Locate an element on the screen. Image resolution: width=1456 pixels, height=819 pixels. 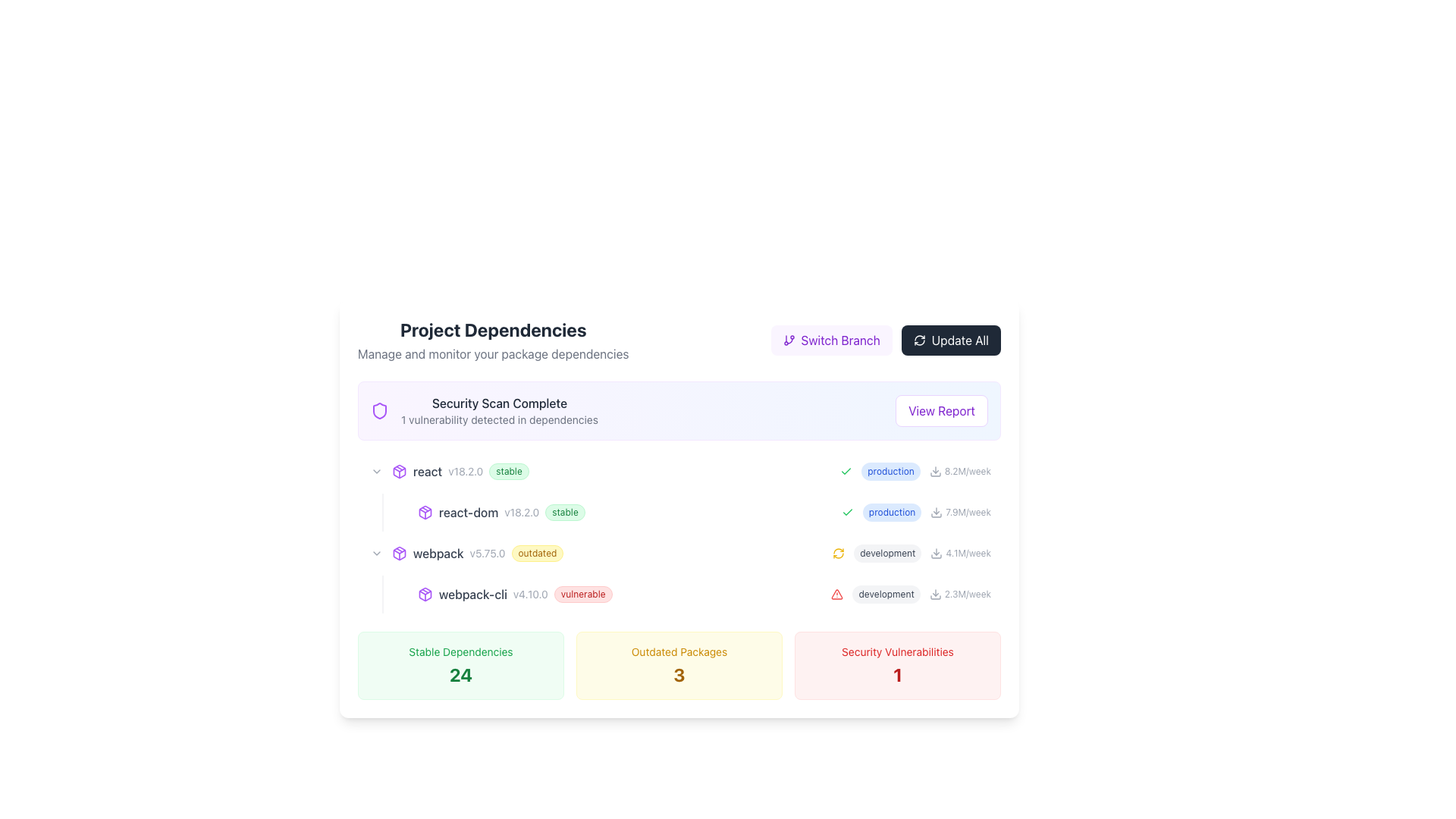
text element displaying '4.1M/week' next to the downward arrow icon for information is located at coordinates (960, 553).